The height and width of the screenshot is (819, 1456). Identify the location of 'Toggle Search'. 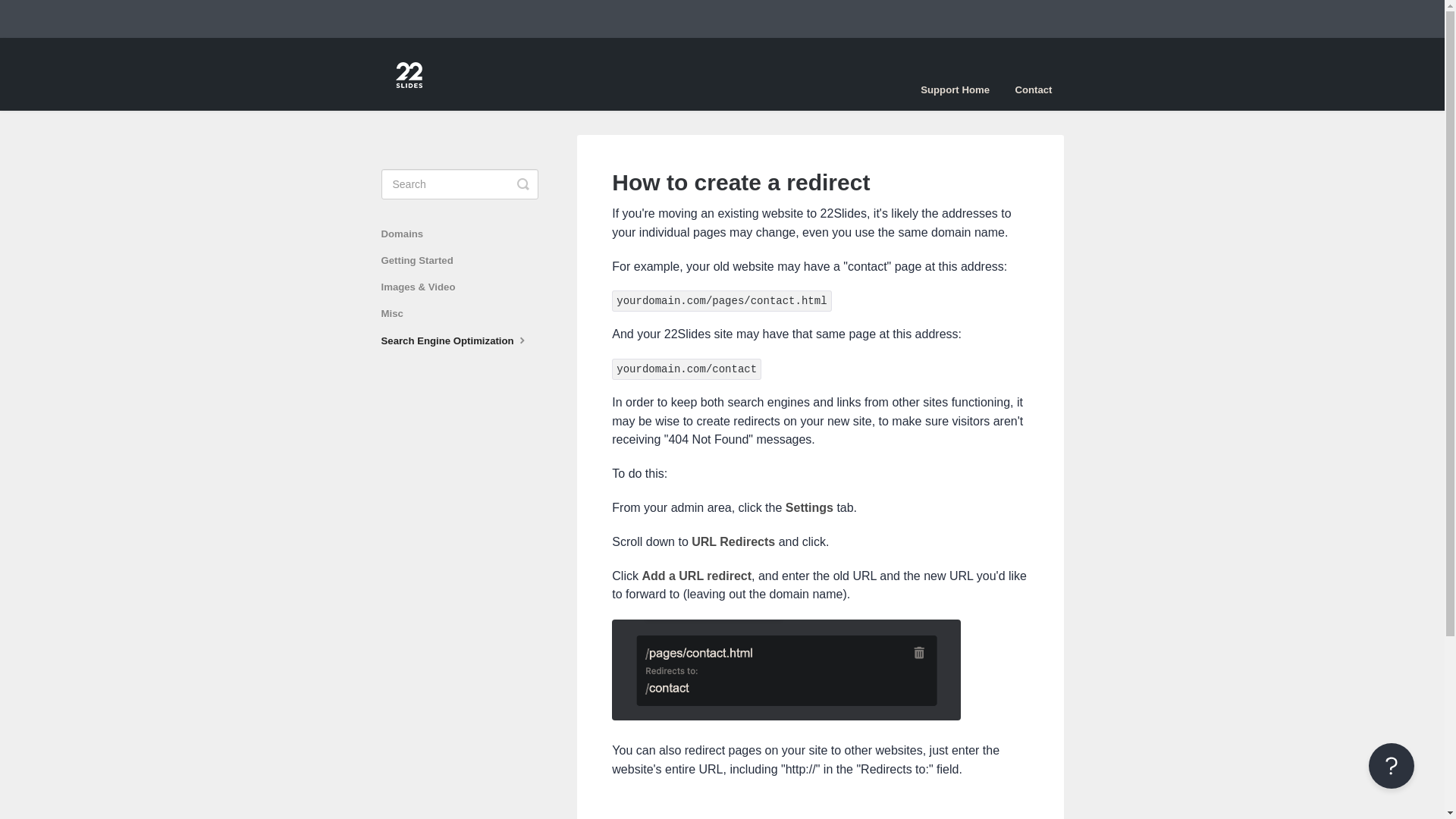
(523, 184).